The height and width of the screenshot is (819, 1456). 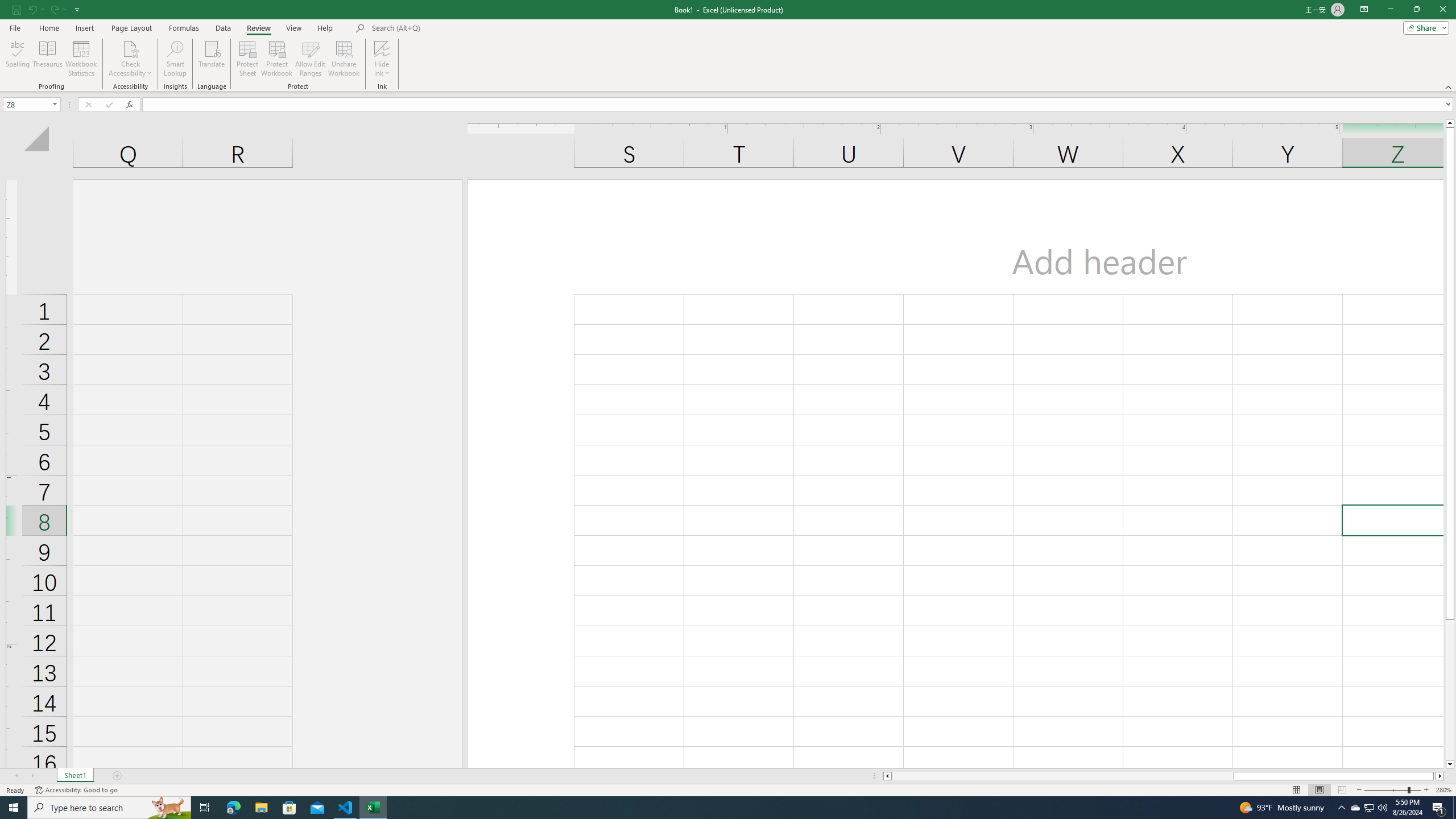 What do you see at coordinates (311, 59) in the screenshot?
I see `'Allow Edit Ranges'` at bounding box center [311, 59].